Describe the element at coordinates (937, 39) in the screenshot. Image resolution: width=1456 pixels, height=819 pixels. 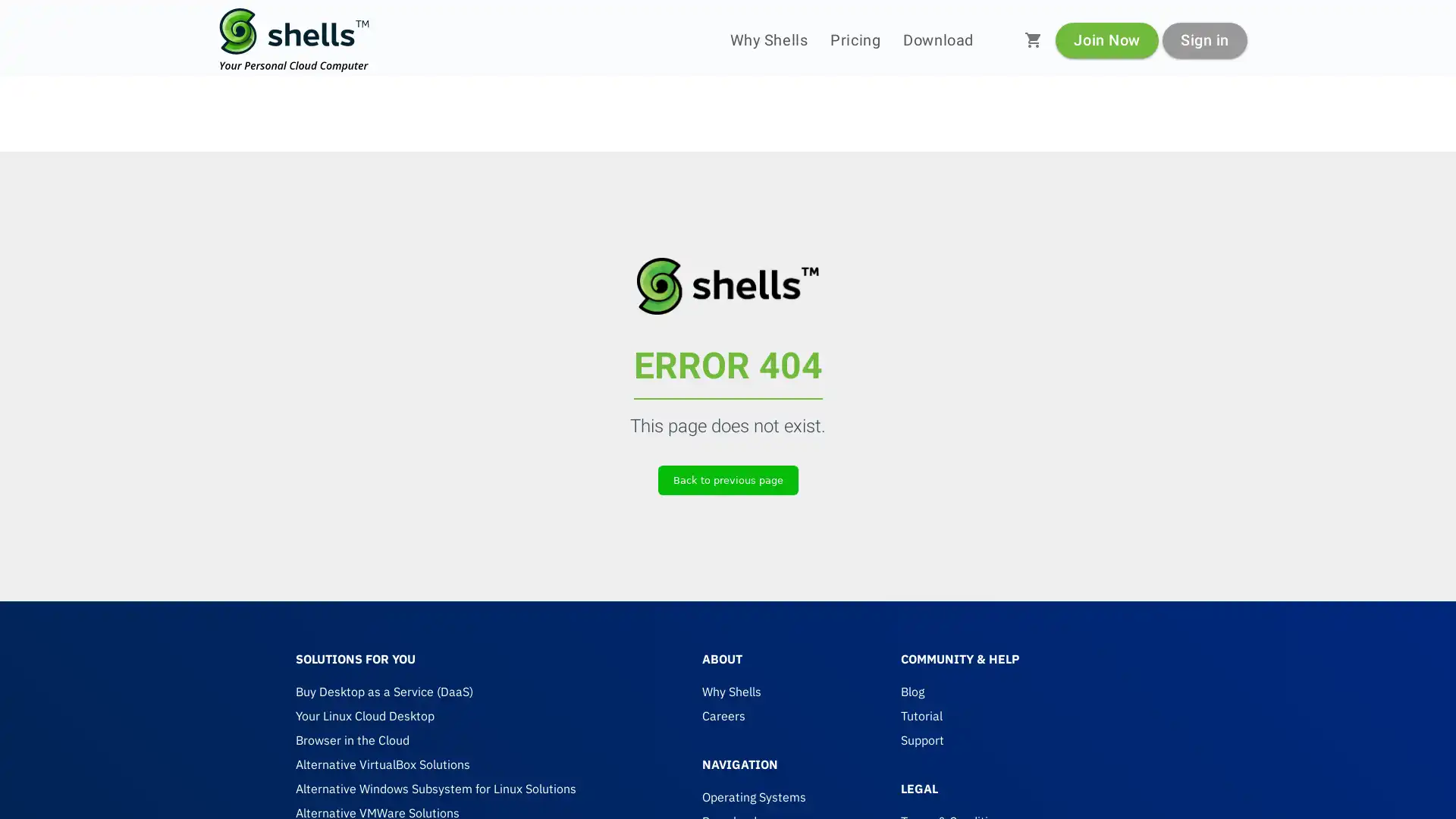
I see `Download` at that location.